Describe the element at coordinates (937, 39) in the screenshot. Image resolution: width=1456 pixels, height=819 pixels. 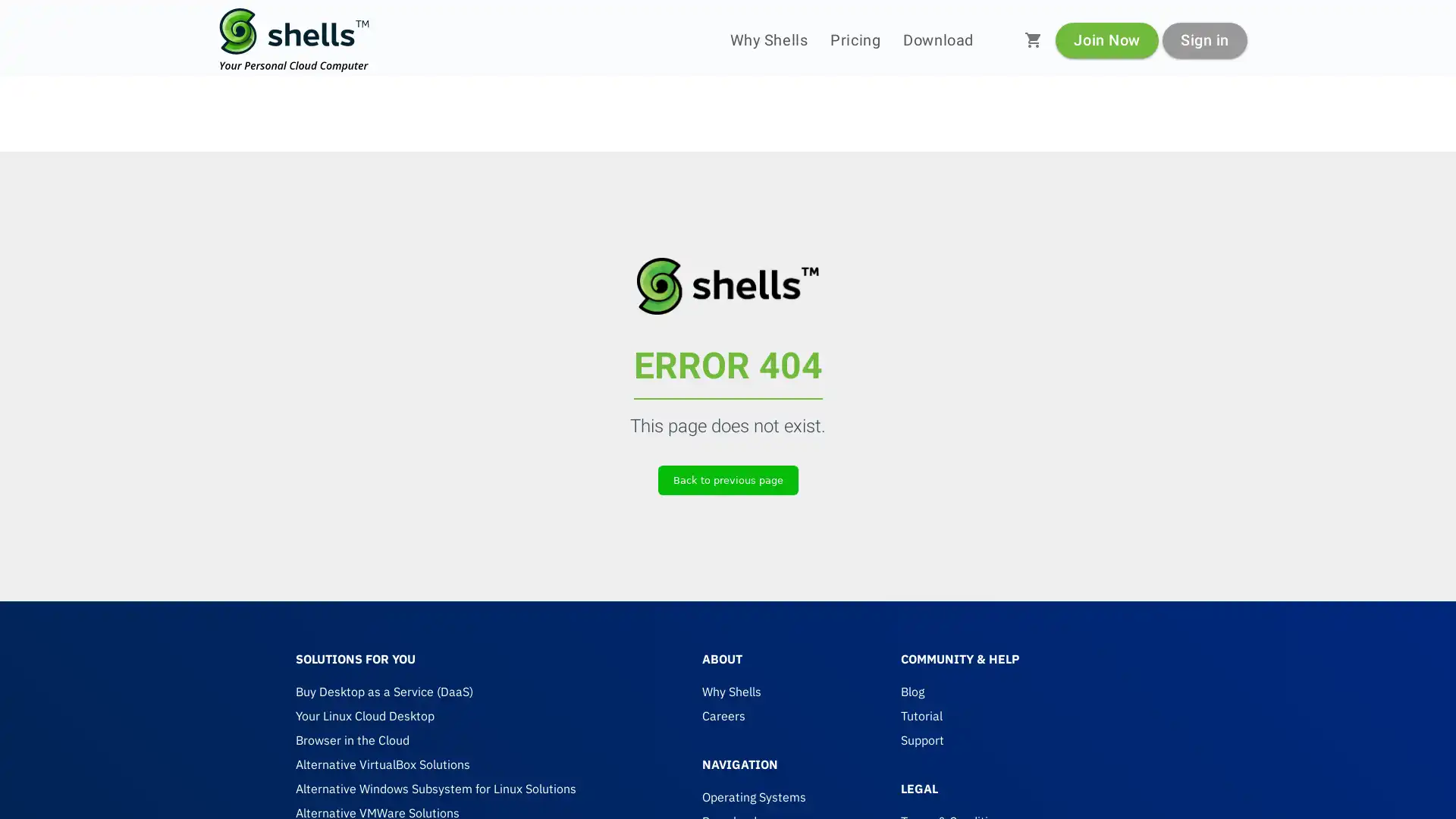
I see `Download` at that location.